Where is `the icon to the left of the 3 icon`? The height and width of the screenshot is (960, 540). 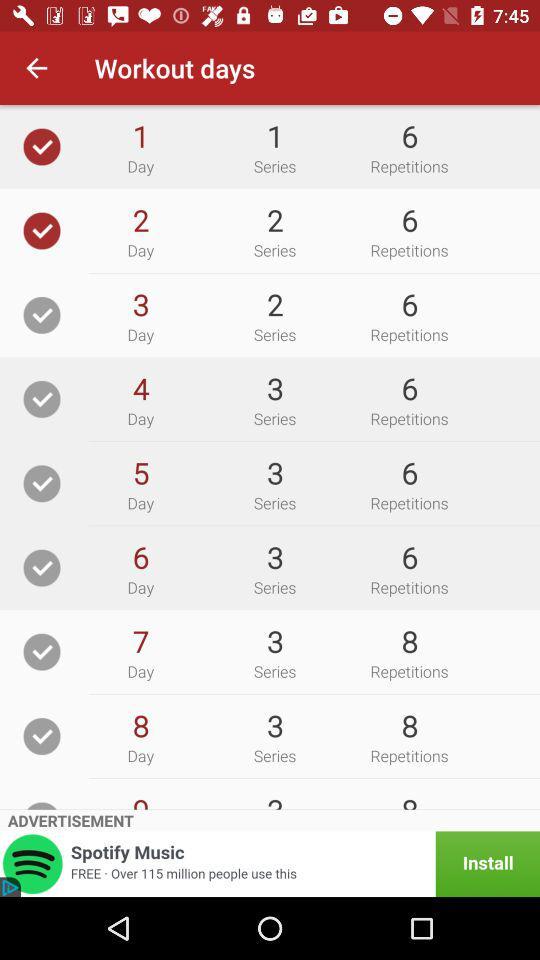
the icon to the left of the 3 icon is located at coordinates (139, 800).